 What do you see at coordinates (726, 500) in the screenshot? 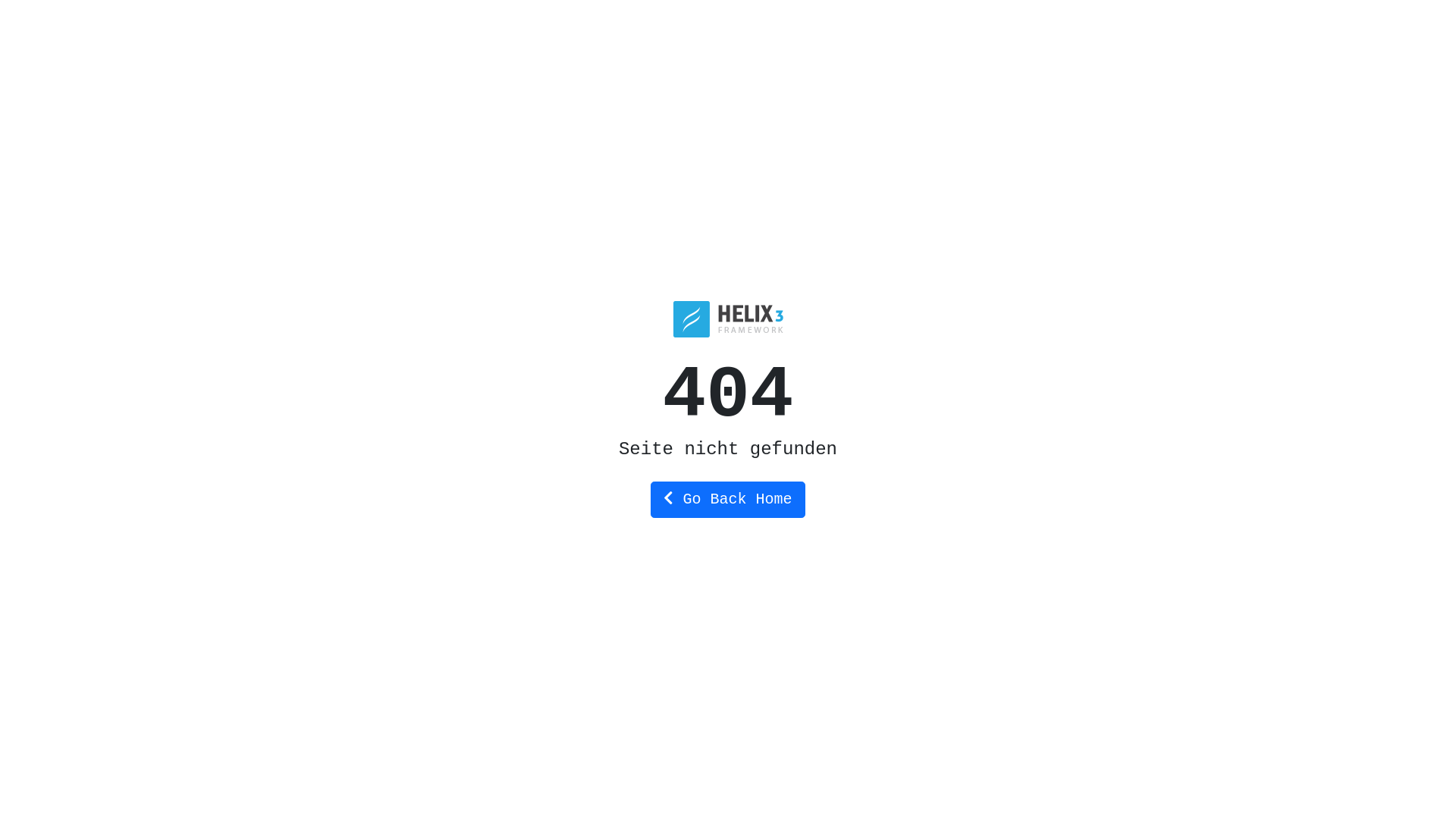
I see `'Go Back Home'` at bounding box center [726, 500].